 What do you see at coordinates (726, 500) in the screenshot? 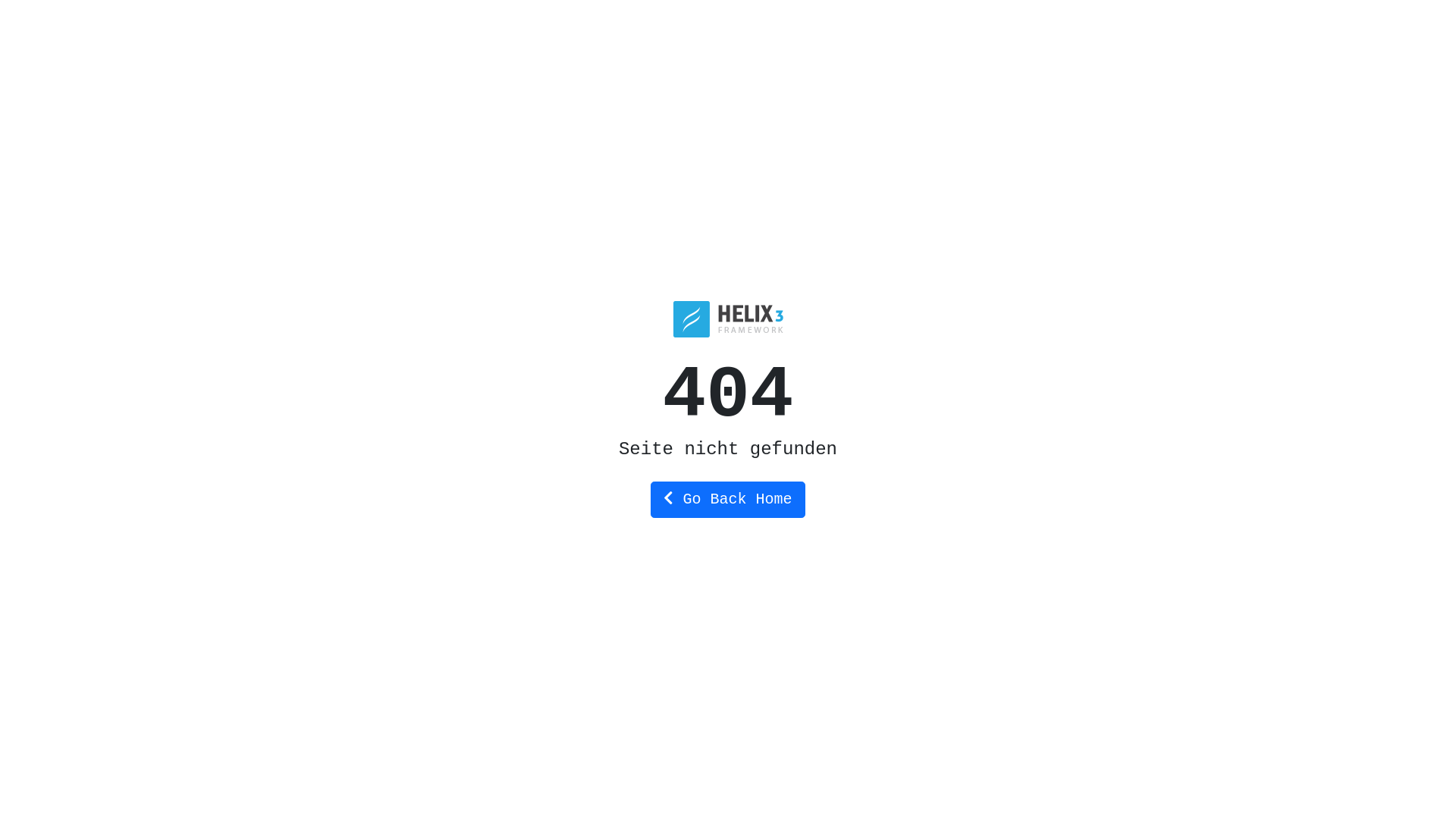
I see `'Go Back Home'` at bounding box center [726, 500].